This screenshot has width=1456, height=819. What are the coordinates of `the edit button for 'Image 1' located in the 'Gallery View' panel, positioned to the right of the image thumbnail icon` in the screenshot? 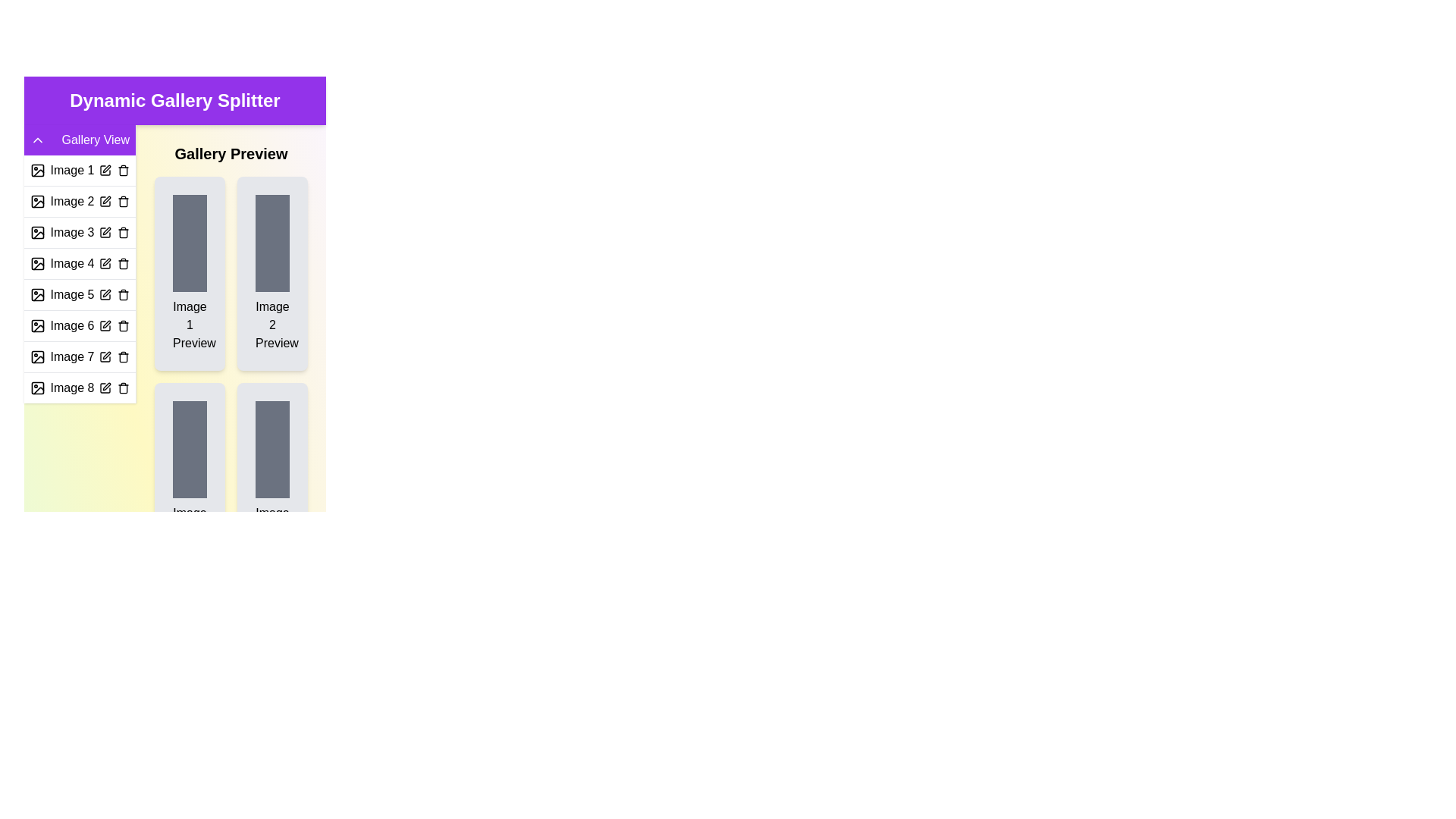 It's located at (105, 170).